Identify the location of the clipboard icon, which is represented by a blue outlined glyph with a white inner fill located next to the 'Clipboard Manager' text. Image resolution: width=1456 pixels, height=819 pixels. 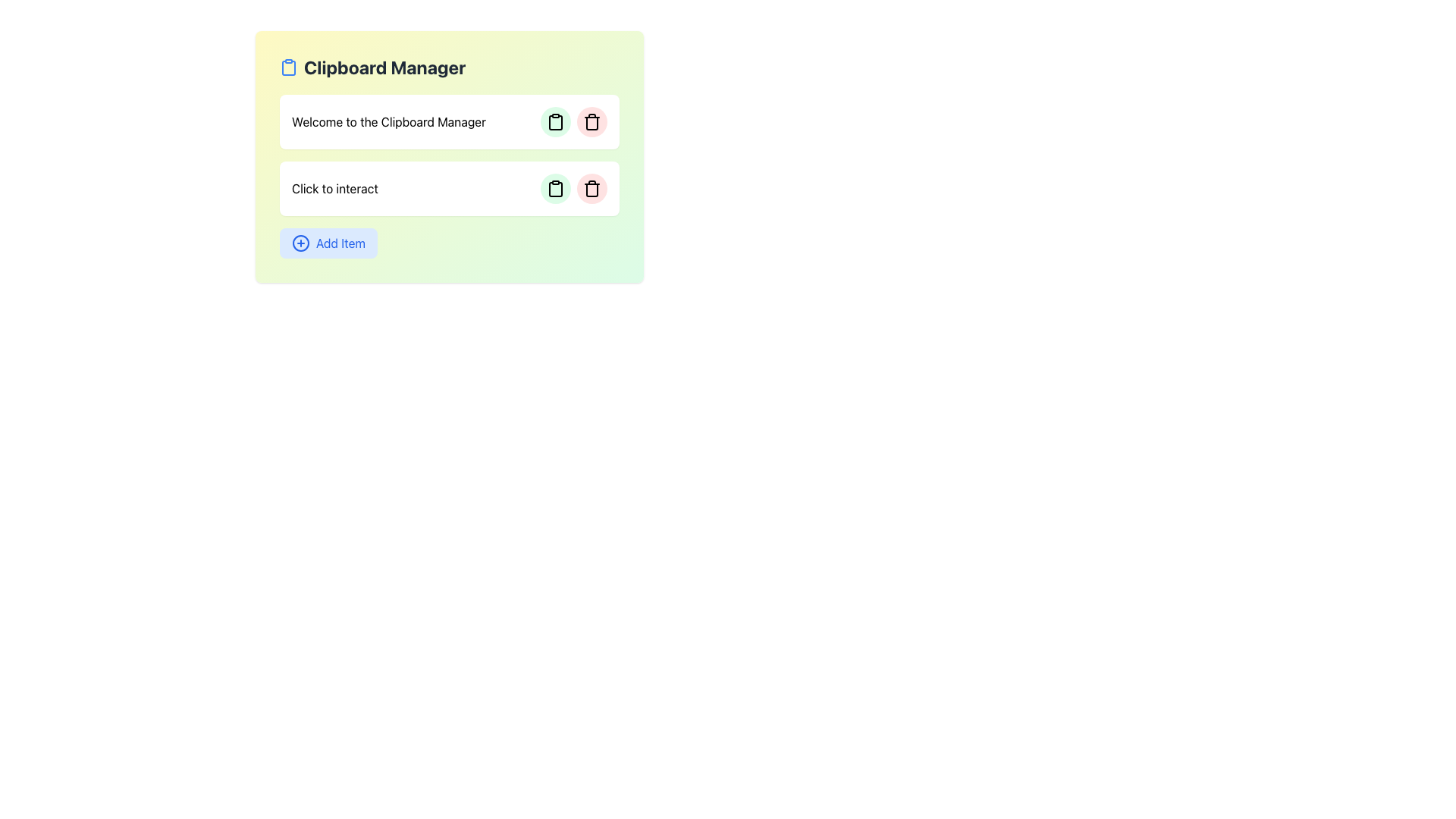
(288, 67).